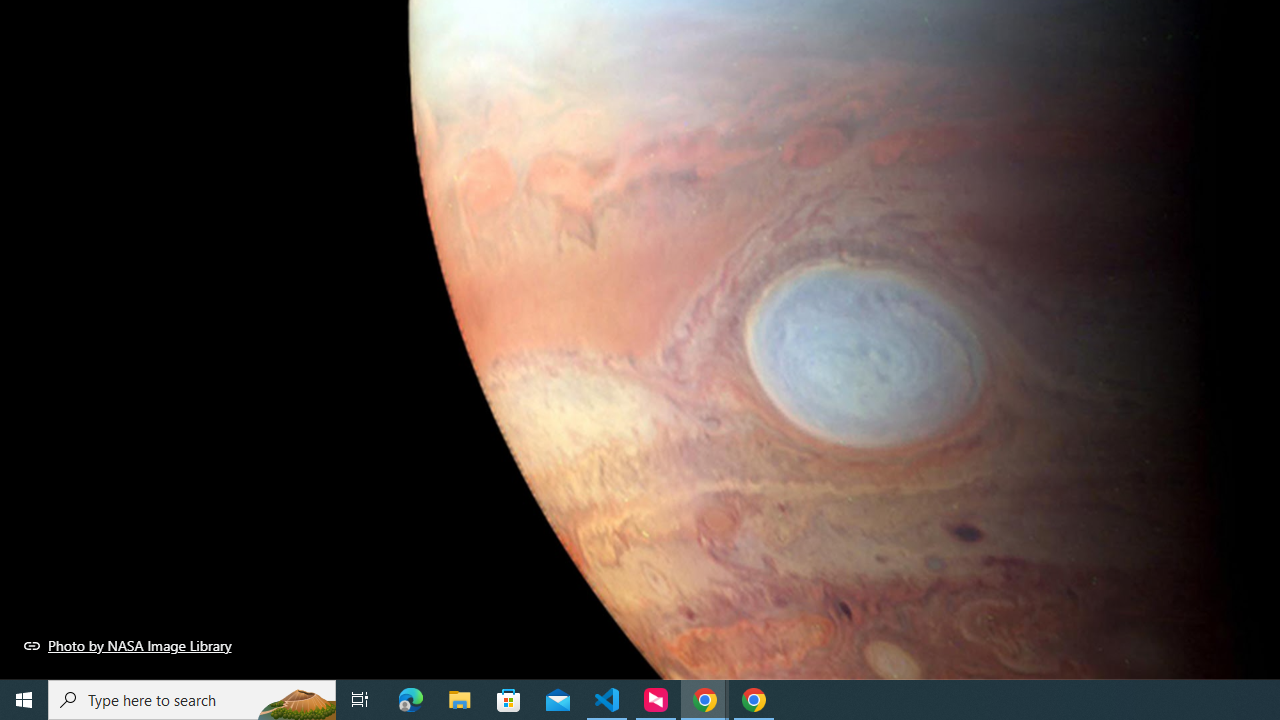 The height and width of the screenshot is (720, 1280). I want to click on 'Photo by NASA Image Library', so click(127, 645).